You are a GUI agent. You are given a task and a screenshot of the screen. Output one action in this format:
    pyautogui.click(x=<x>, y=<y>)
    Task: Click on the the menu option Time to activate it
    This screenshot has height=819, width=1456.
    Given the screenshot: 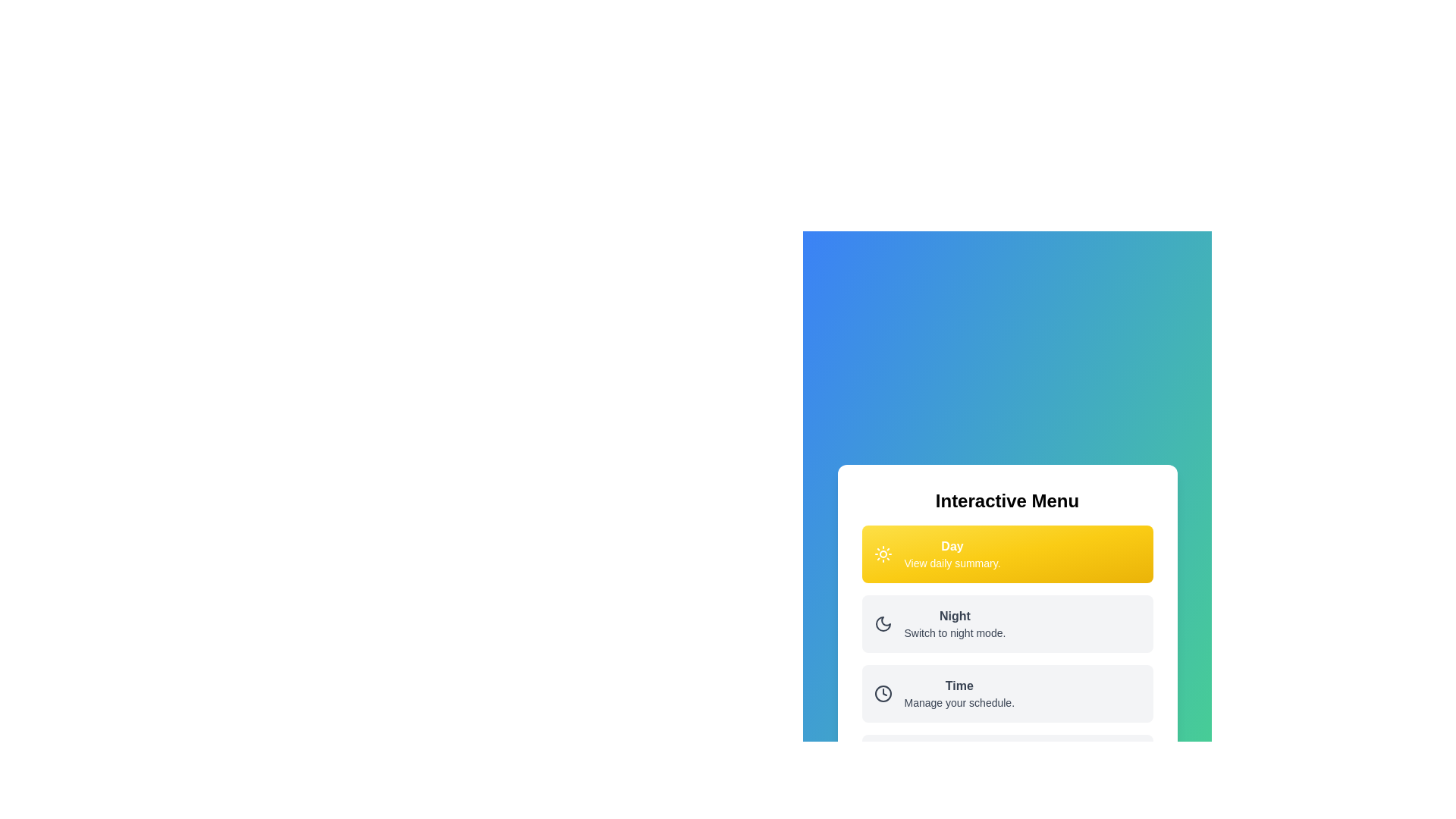 What is the action you would take?
    pyautogui.click(x=1007, y=693)
    